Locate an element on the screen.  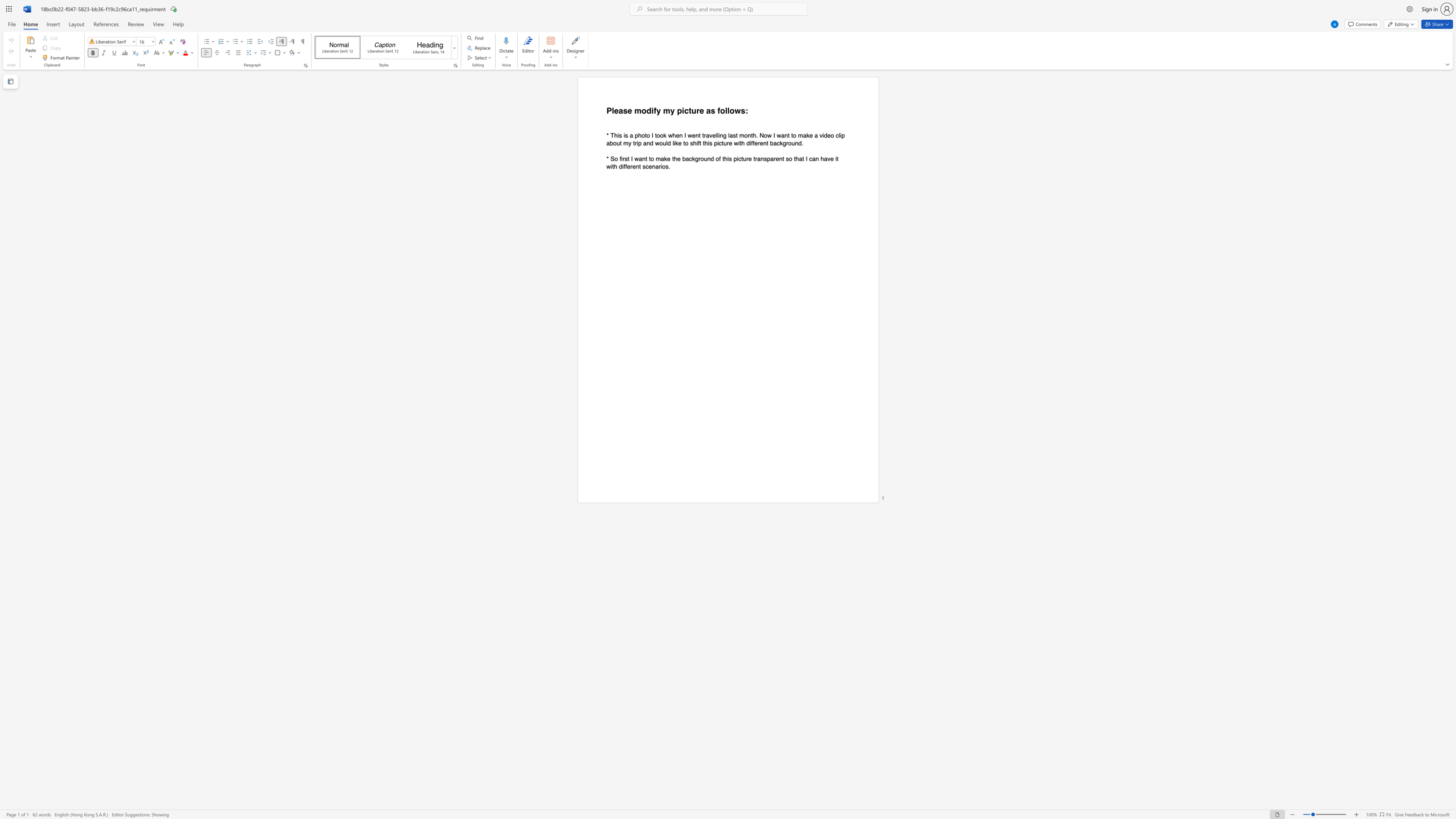
the 1th character "h" in the text is located at coordinates (616, 135).